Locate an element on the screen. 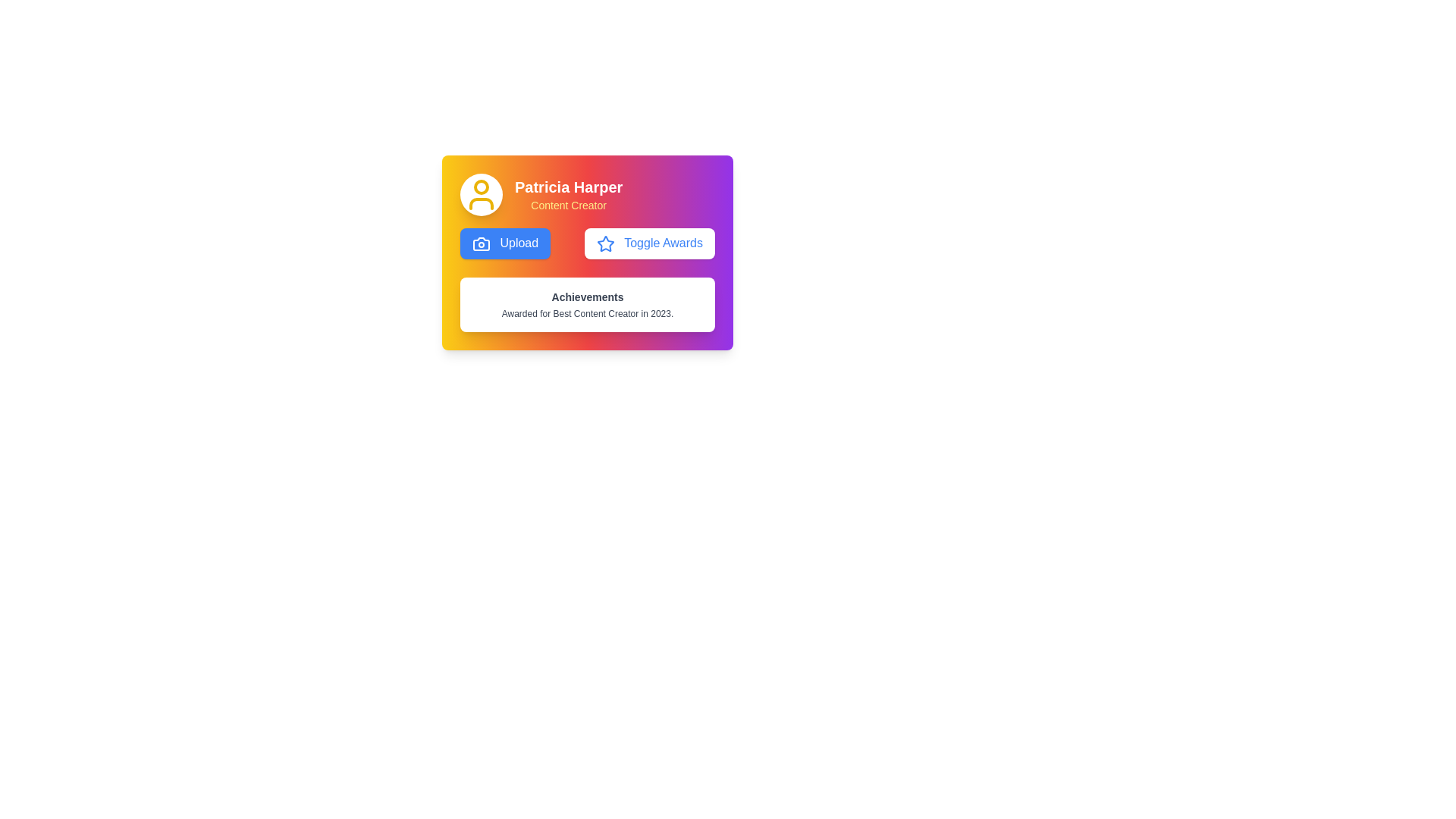 The image size is (1456, 819). the blue 'Upload' button with rounded corners that features a camera icon and white text, located below the profile information and above the achievements section is located at coordinates (505, 243).